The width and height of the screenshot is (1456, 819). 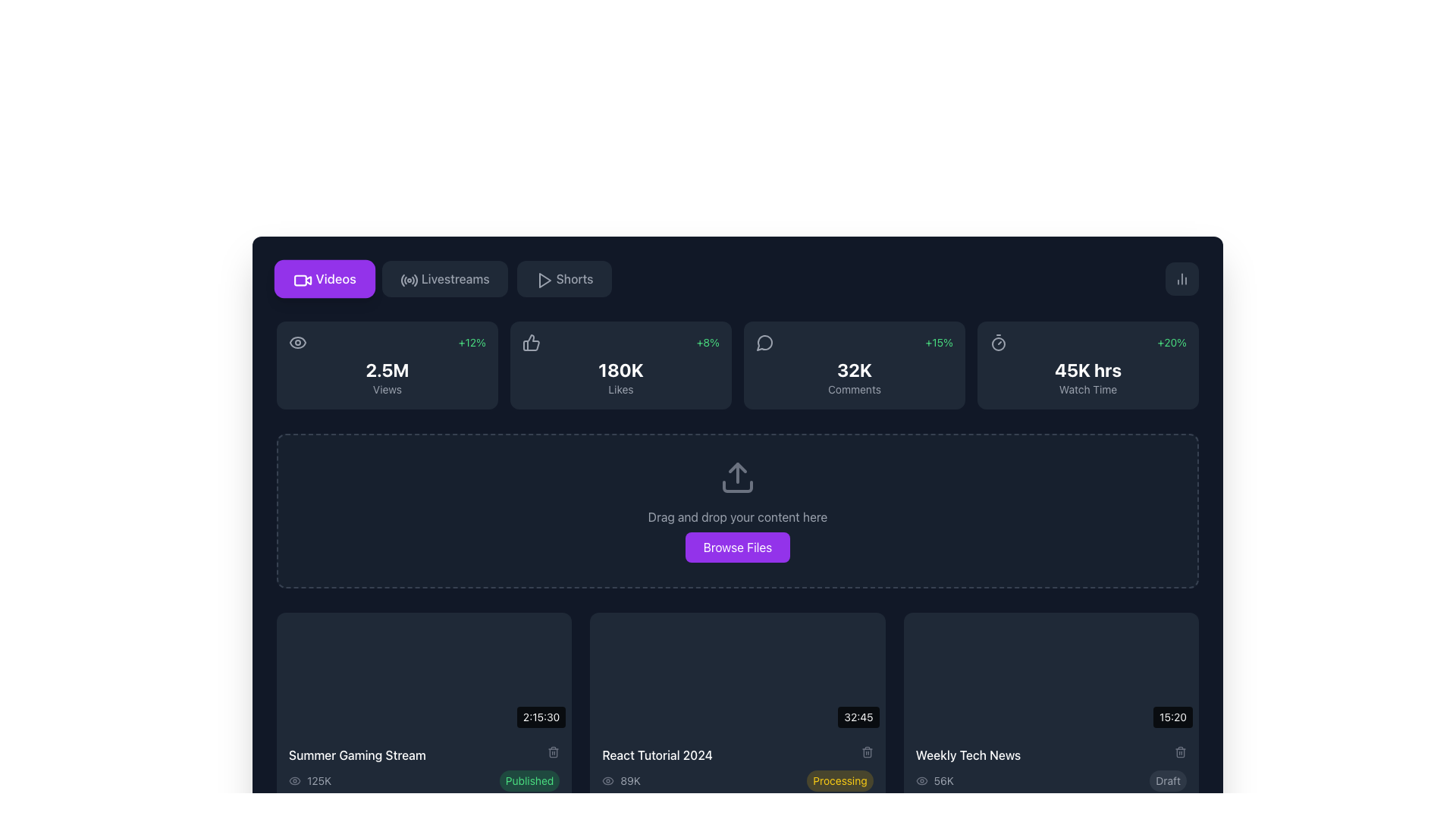 I want to click on the Status badge with the text 'Processing', which is a rounded badge located at the bottom right of the 'React Tutorial 2024' entry card, so click(x=839, y=780).